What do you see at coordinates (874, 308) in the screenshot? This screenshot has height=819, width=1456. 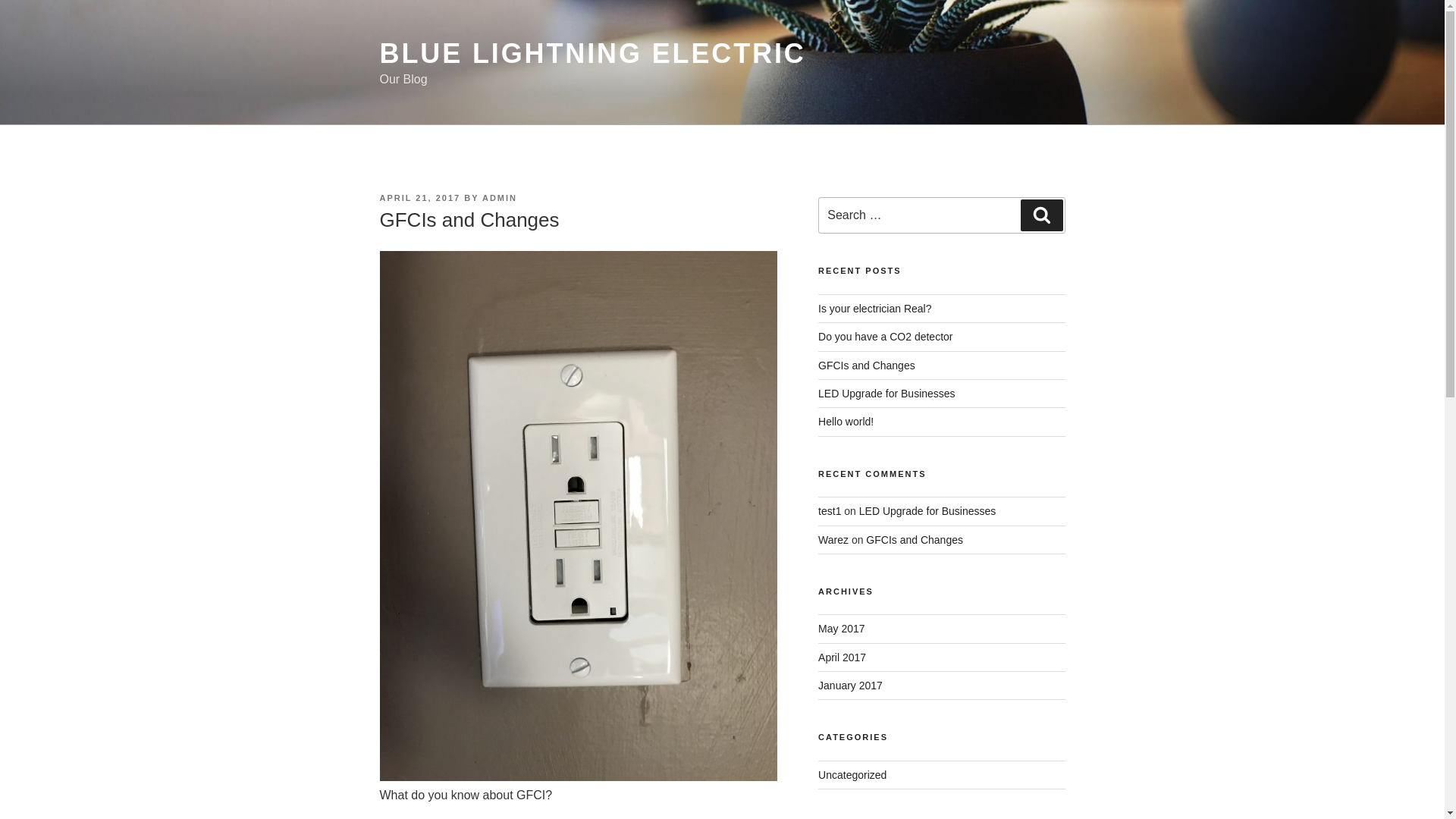 I see `'Is your electrician Real?'` at bounding box center [874, 308].